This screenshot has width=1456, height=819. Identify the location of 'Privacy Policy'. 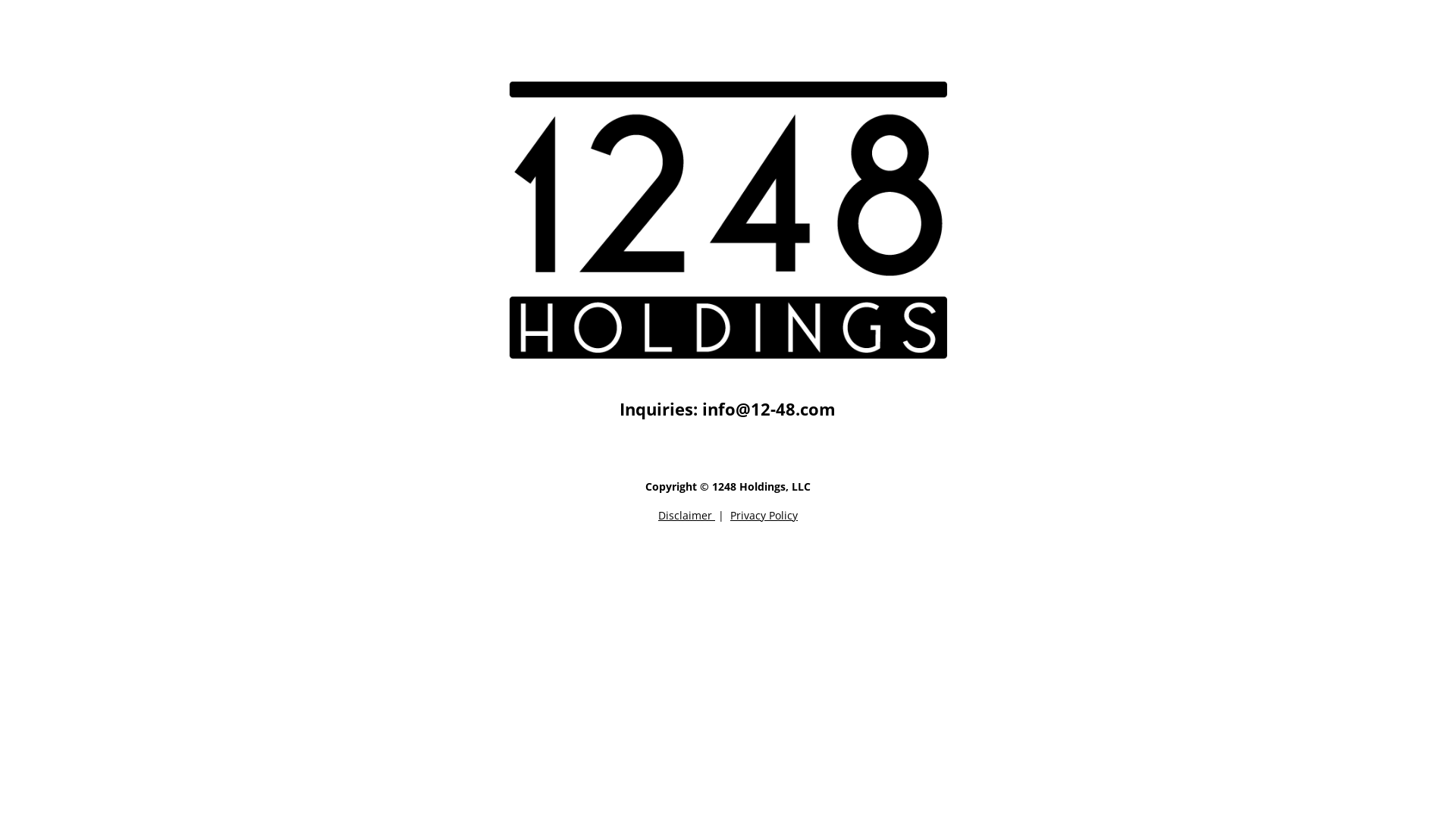
(764, 514).